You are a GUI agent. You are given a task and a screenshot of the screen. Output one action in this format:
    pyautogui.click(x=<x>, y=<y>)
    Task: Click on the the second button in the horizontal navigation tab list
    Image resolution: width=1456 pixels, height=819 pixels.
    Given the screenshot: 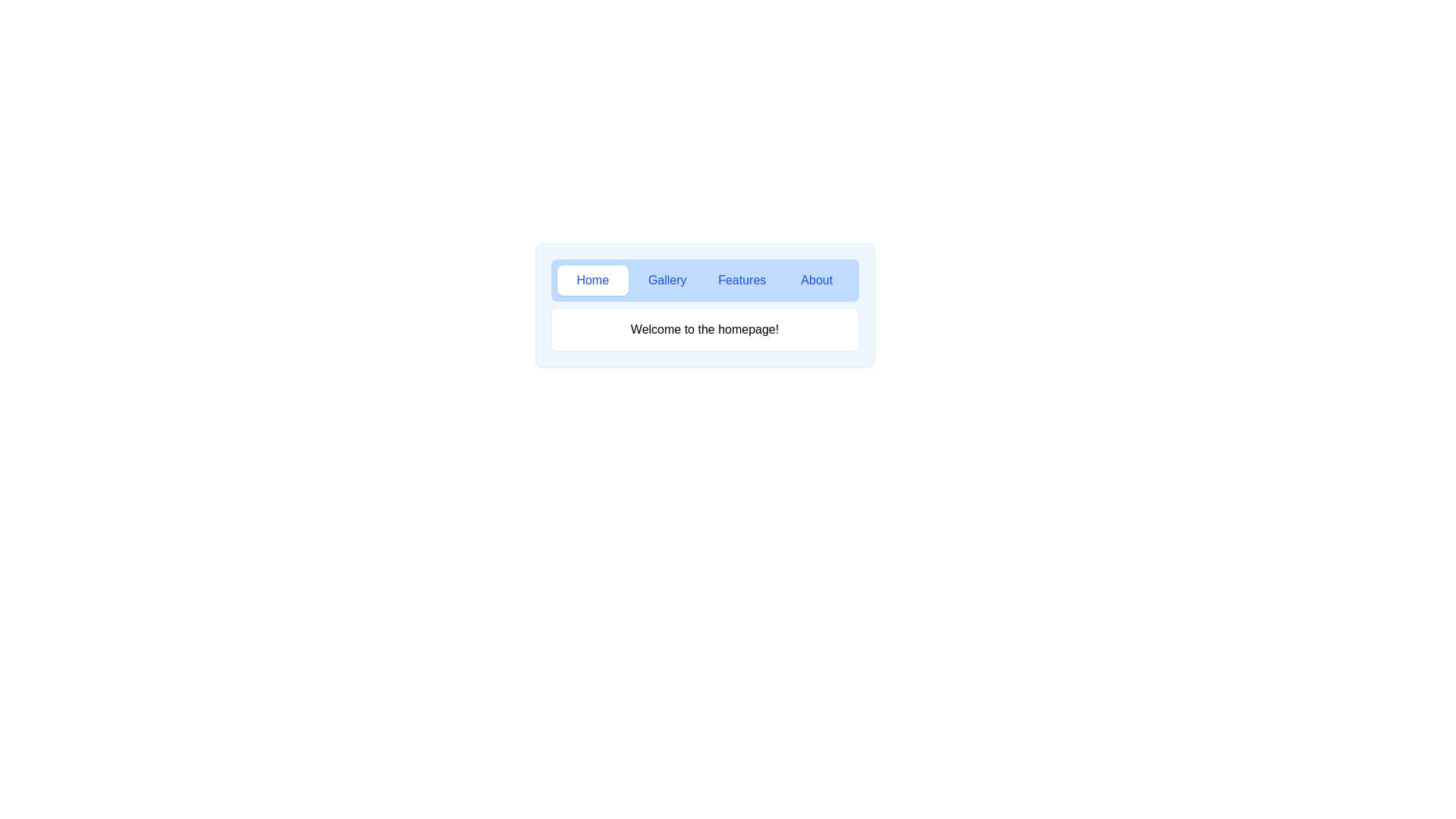 What is the action you would take?
    pyautogui.click(x=667, y=281)
    